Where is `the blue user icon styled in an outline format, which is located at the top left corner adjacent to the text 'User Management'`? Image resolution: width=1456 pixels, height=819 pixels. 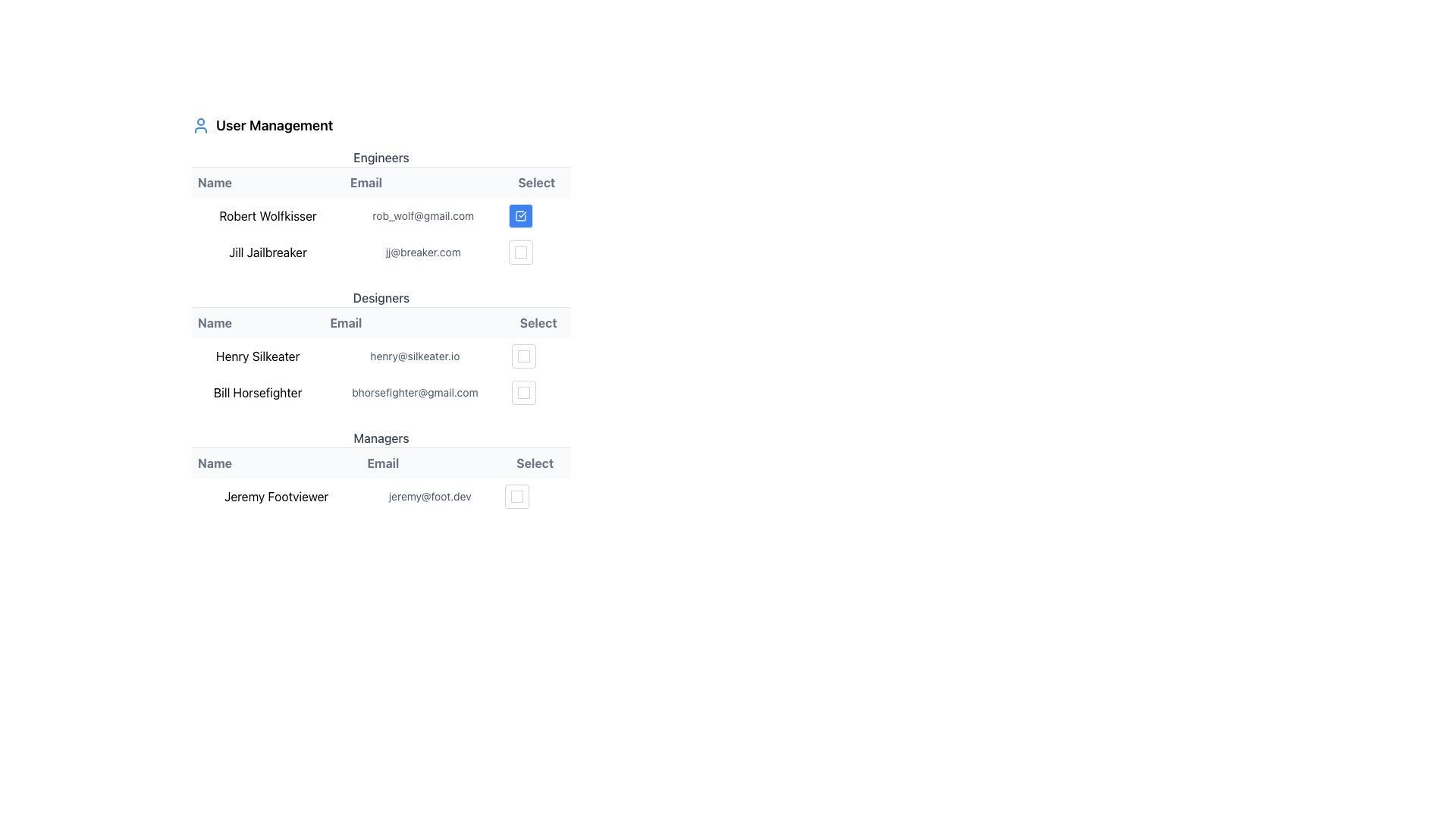 the blue user icon styled in an outline format, which is located at the top left corner adjacent to the text 'User Management' is located at coordinates (199, 124).